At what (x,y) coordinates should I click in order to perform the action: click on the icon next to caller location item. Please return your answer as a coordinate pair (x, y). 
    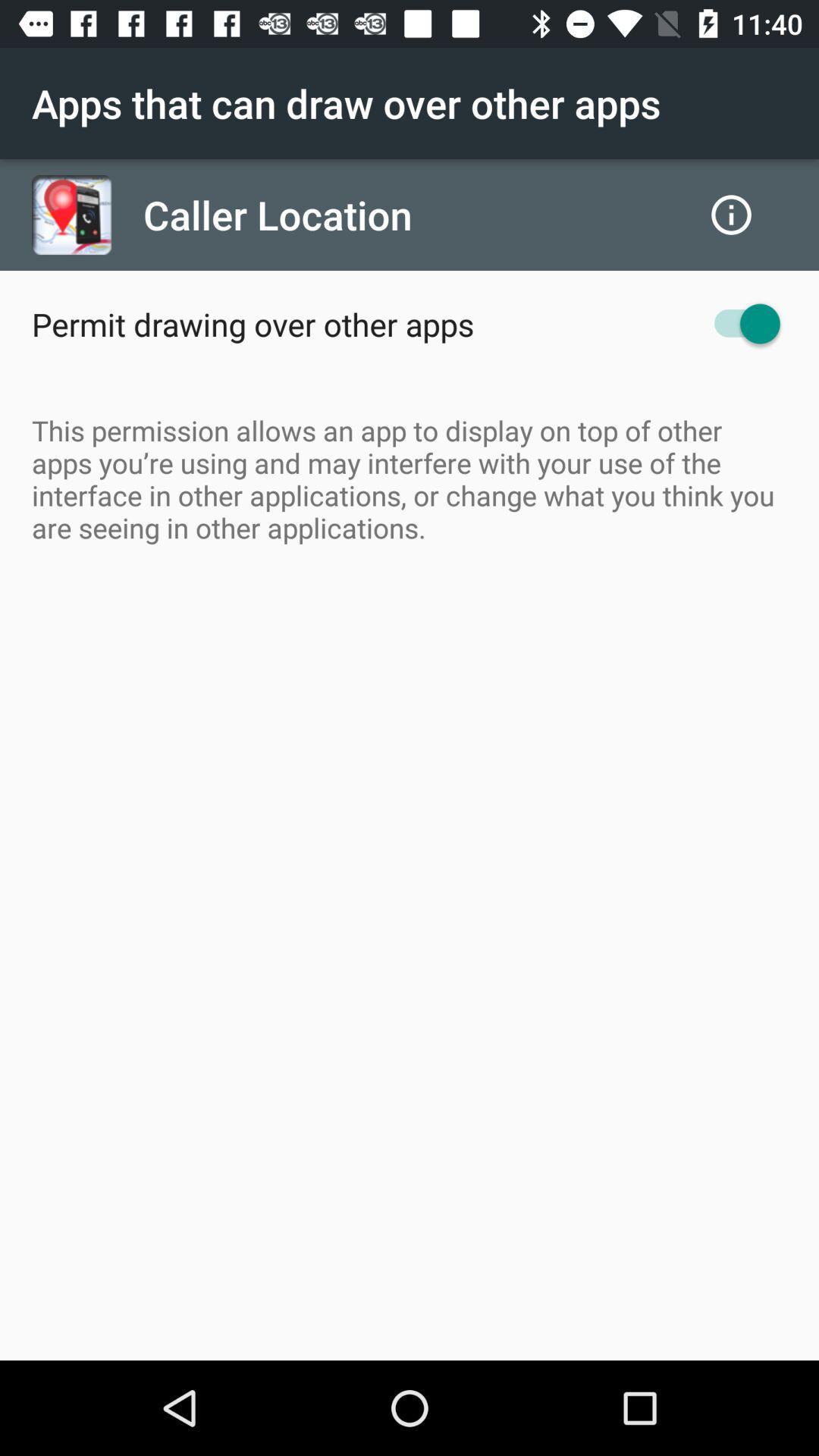
    Looking at the image, I should click on (730, 214).